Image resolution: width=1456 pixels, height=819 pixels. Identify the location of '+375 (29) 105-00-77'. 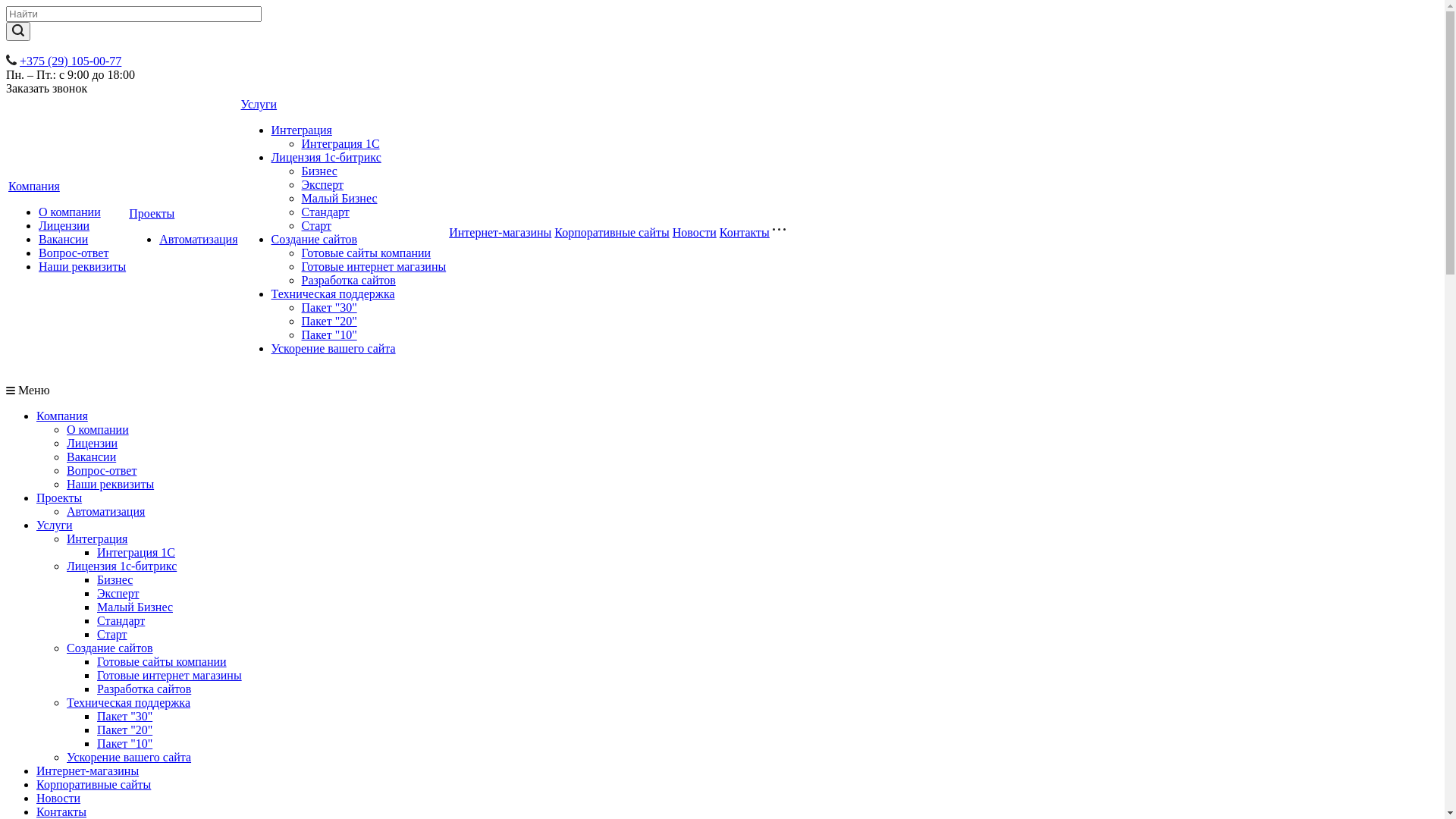
(19, 60).